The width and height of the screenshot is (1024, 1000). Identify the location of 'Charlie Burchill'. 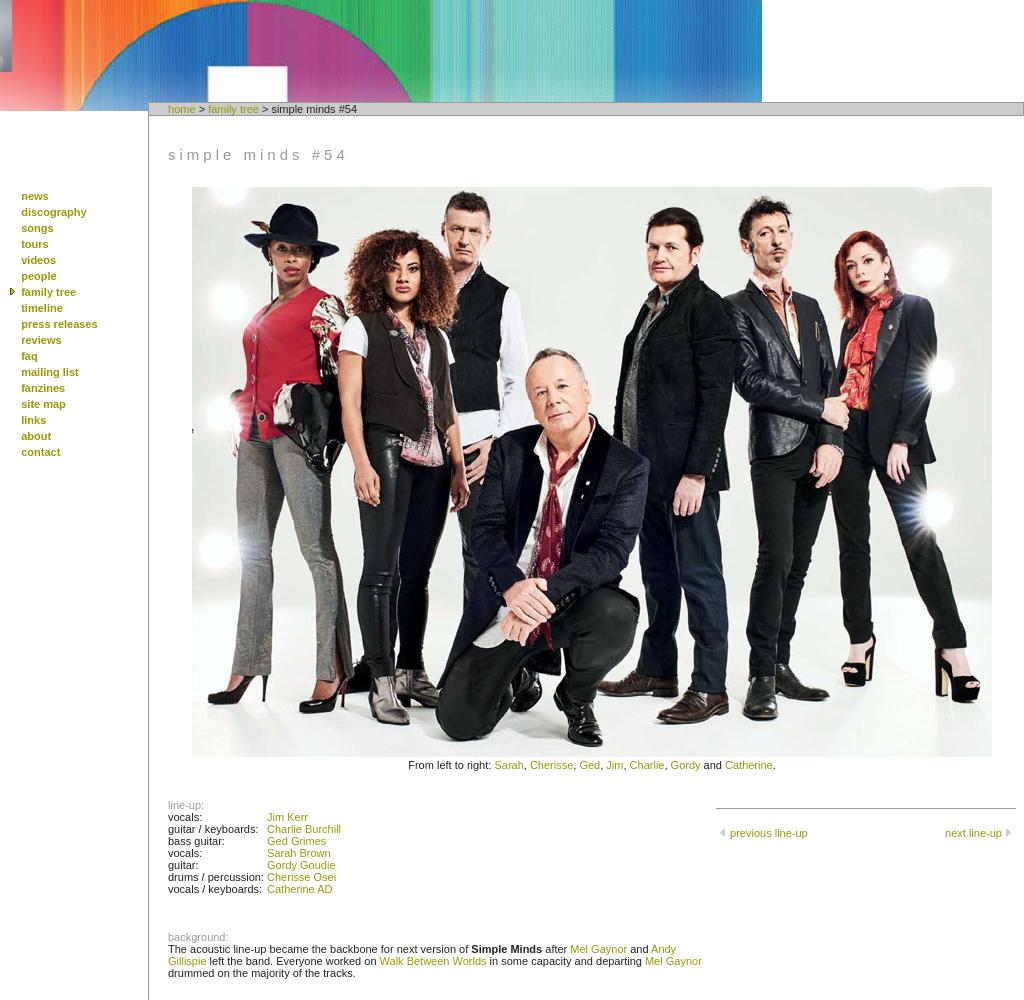
(303, 828).